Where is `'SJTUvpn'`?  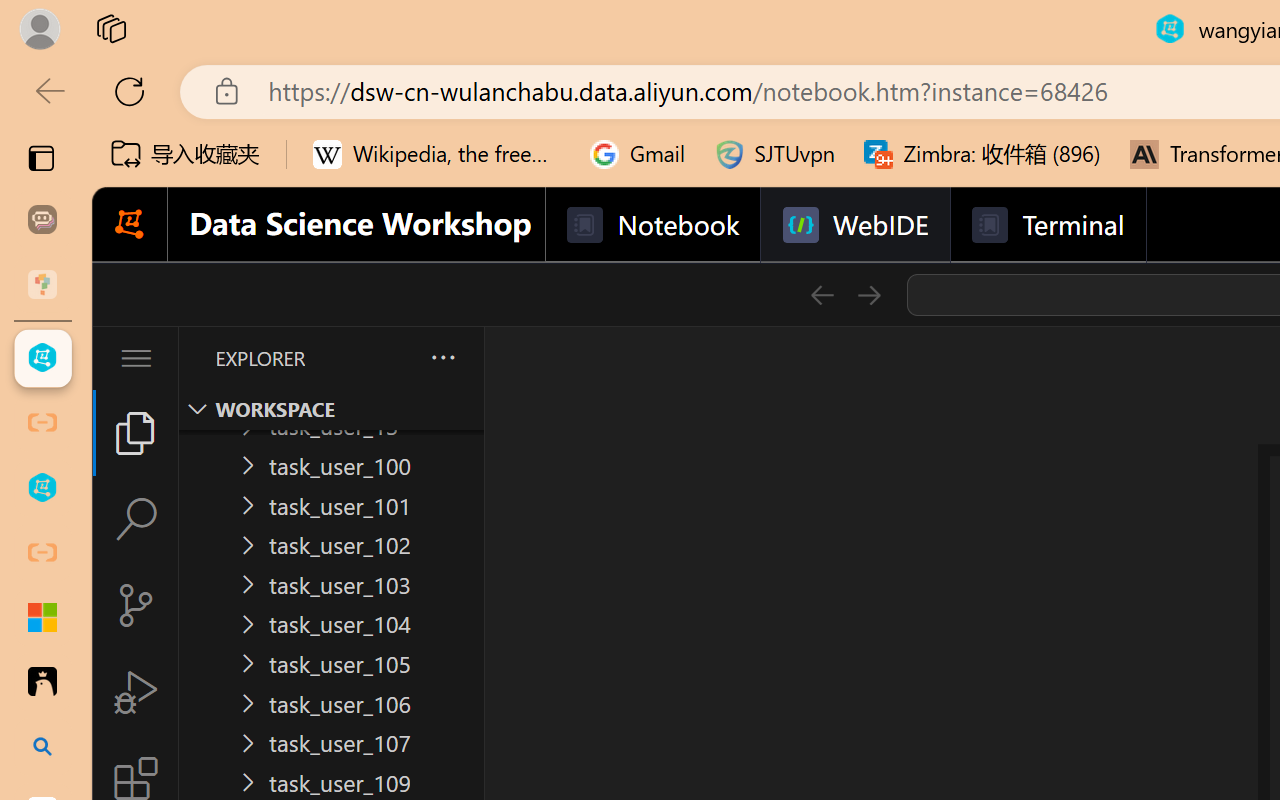
'SJTUvpn' is located at coordinates (773, 154).